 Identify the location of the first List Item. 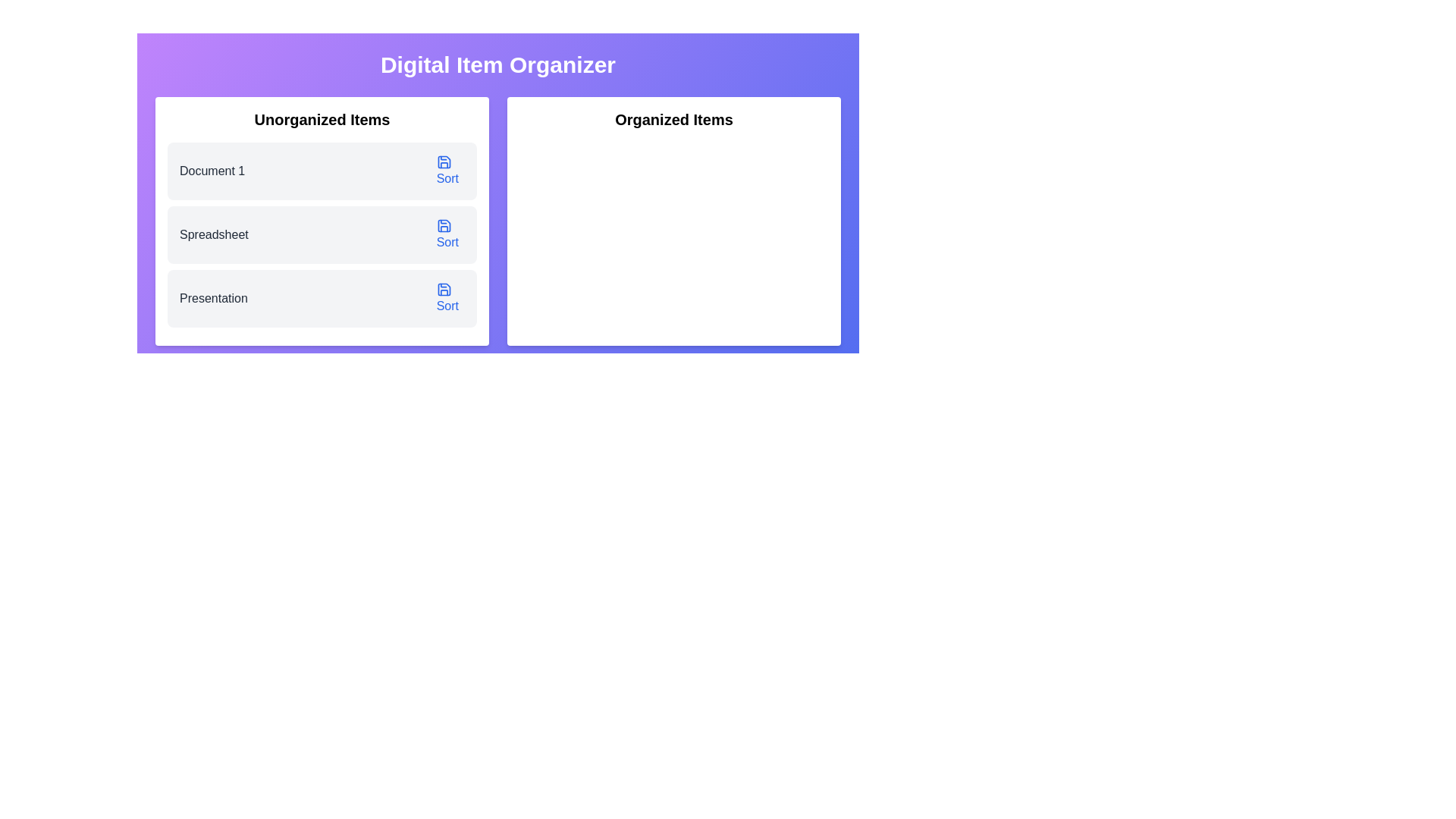
(322, 171).